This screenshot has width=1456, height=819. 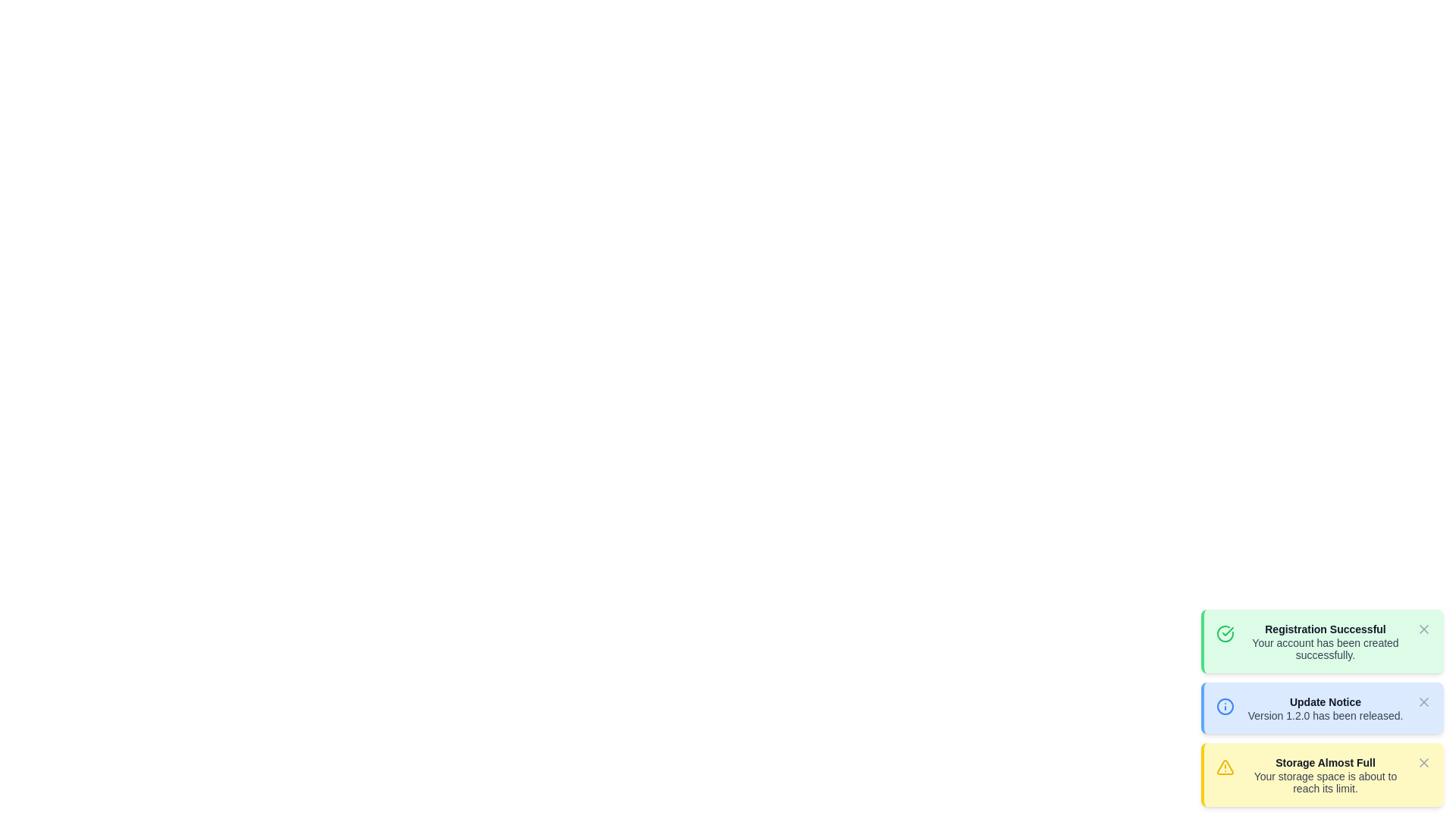 What do you see at coordinates (1423, 701) in the screenshot?
I see `the dismiss button located in the top-right corner of the notification card, adjacent to the text 'Update Notice Version 1.2.0 has been released', to change its color` at bounding box center [1423, 701].